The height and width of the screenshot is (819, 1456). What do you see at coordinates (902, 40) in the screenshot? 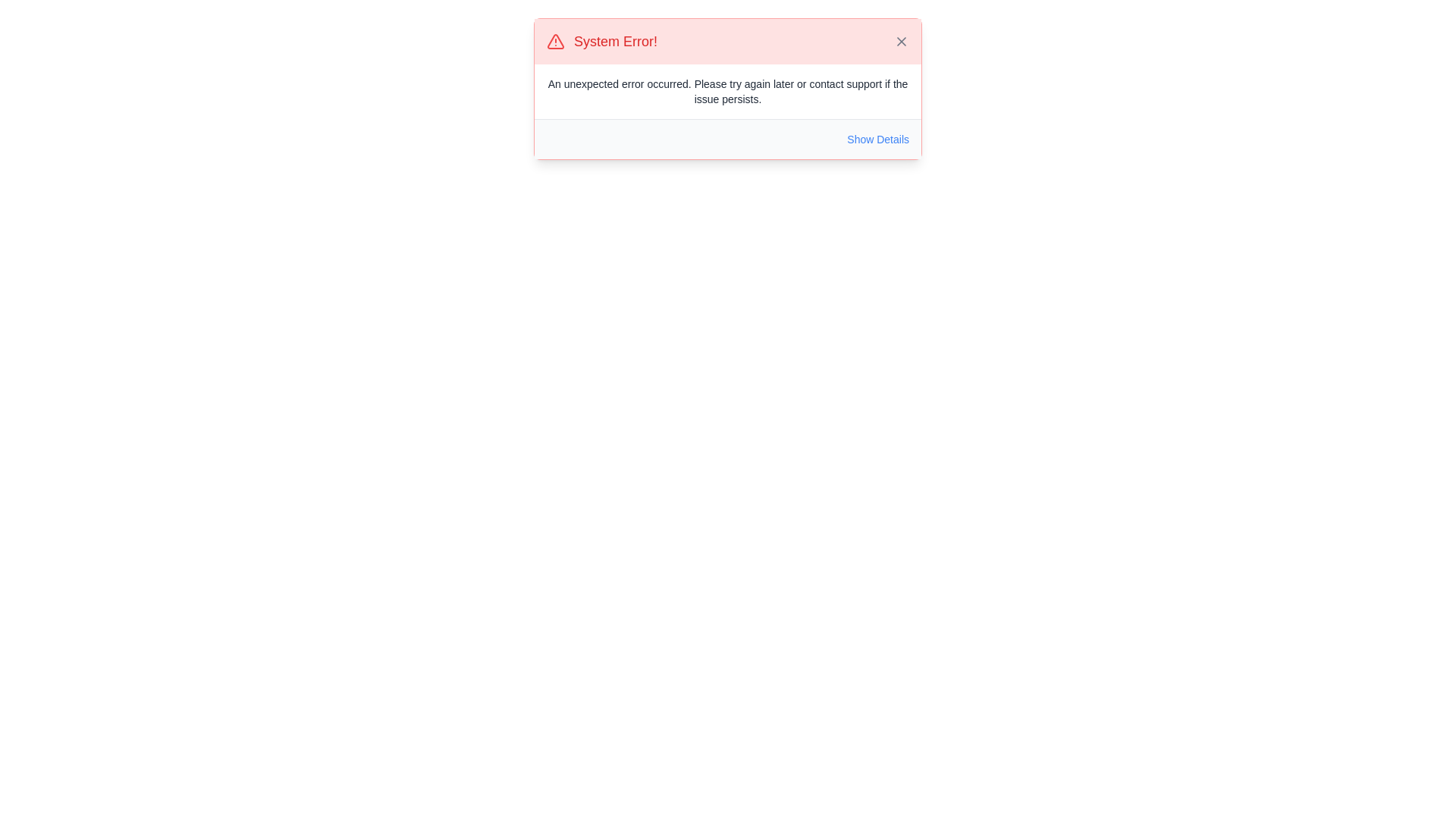
I see `the Icon component within the SVG element that serves as the close button for the error alert located in the top-right corner of the alert box` at bounding box center [902, 40].